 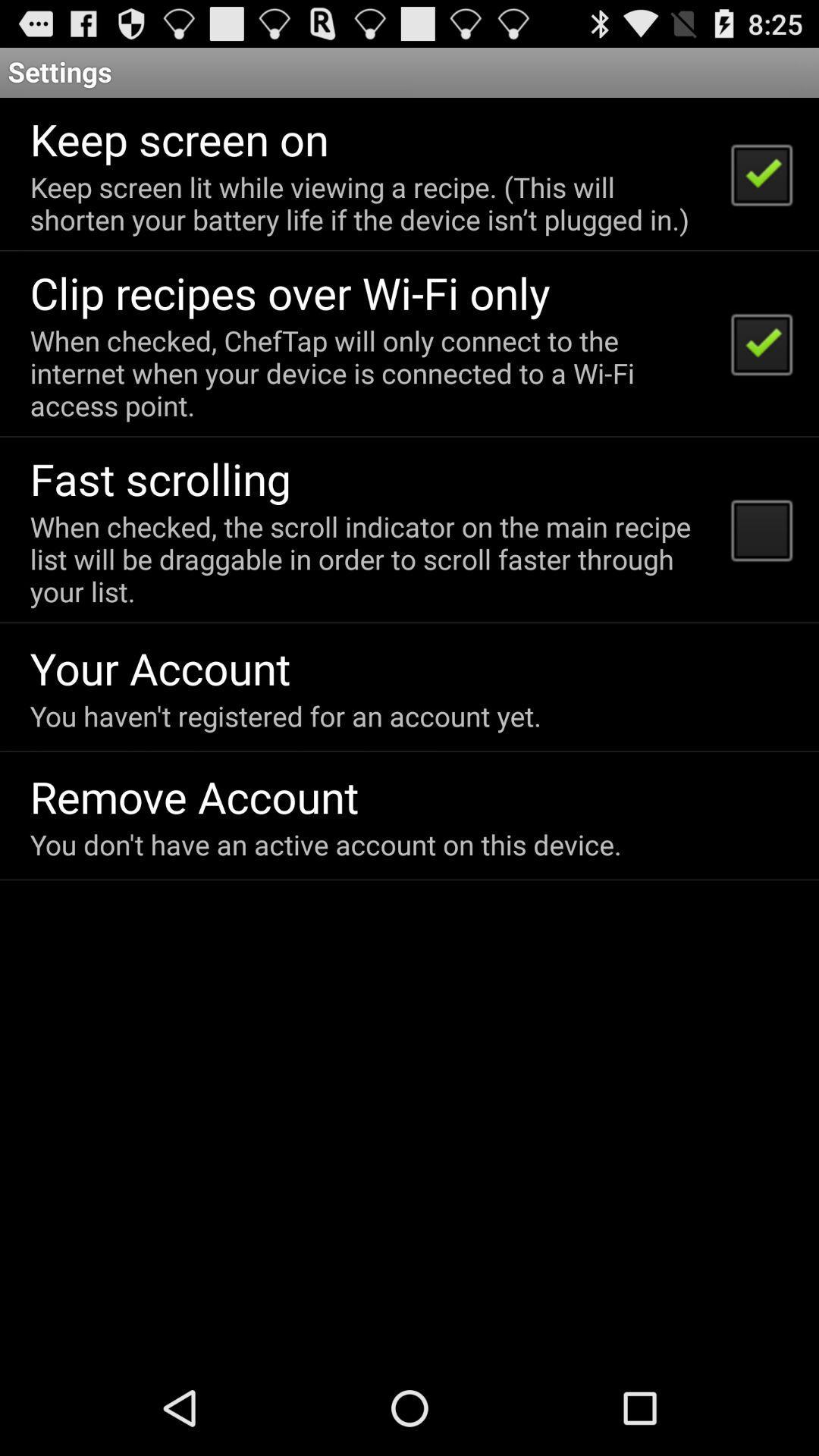 What do you see at coordinates (160, 667) in the screenshot?
I see `item below when checked the` at bounding box center [160, 667].